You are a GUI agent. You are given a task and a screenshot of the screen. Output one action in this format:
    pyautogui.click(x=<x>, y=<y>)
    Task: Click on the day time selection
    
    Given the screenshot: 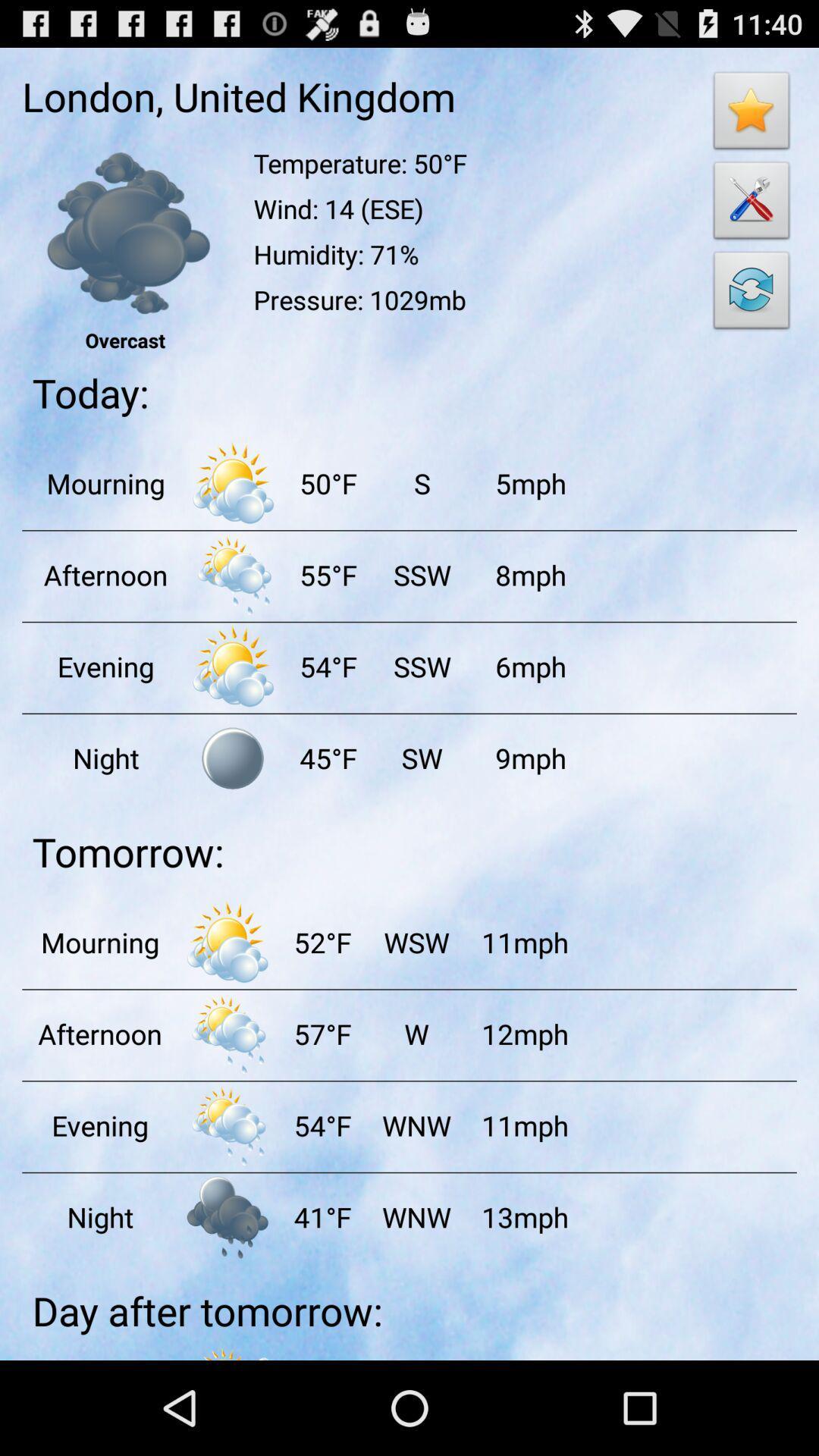 What is the action you would take?
    pyautogui.click(x=233, y=482)
    